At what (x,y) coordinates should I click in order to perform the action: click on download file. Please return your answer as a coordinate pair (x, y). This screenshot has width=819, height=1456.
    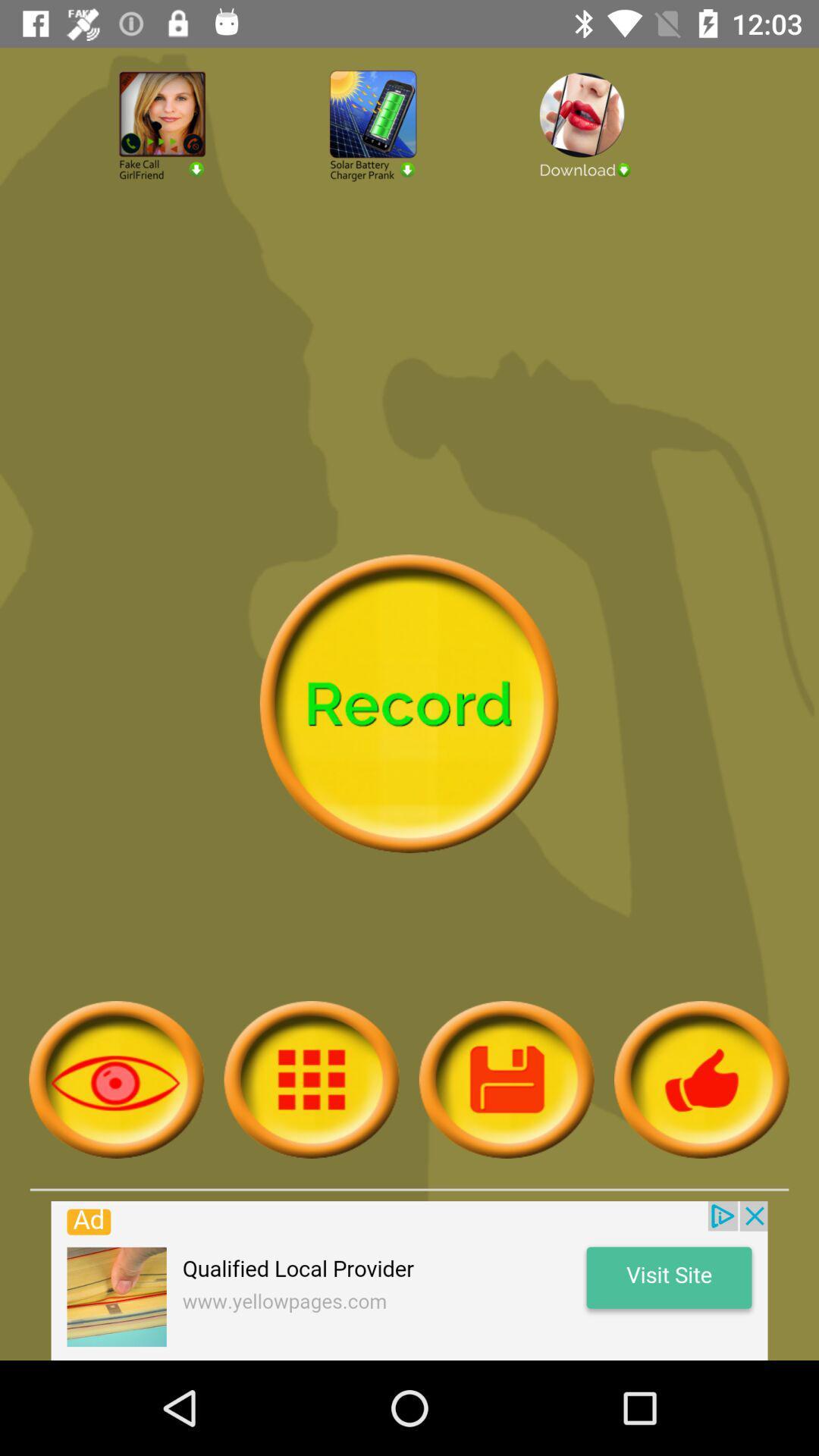
    Looking at the image, I should click on (620, 166).